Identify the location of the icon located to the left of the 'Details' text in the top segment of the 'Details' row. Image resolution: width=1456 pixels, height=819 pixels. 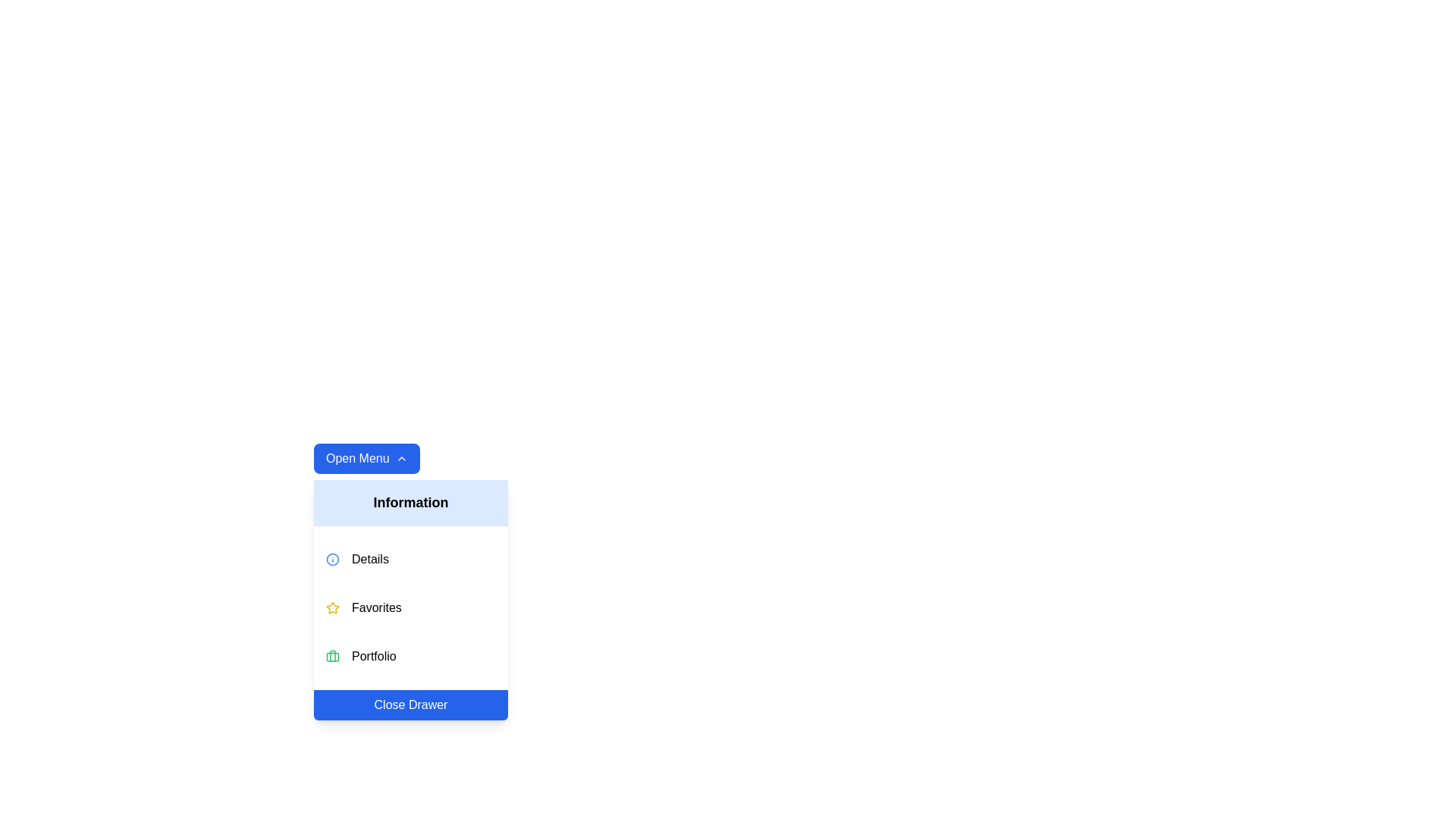
(331, 559).